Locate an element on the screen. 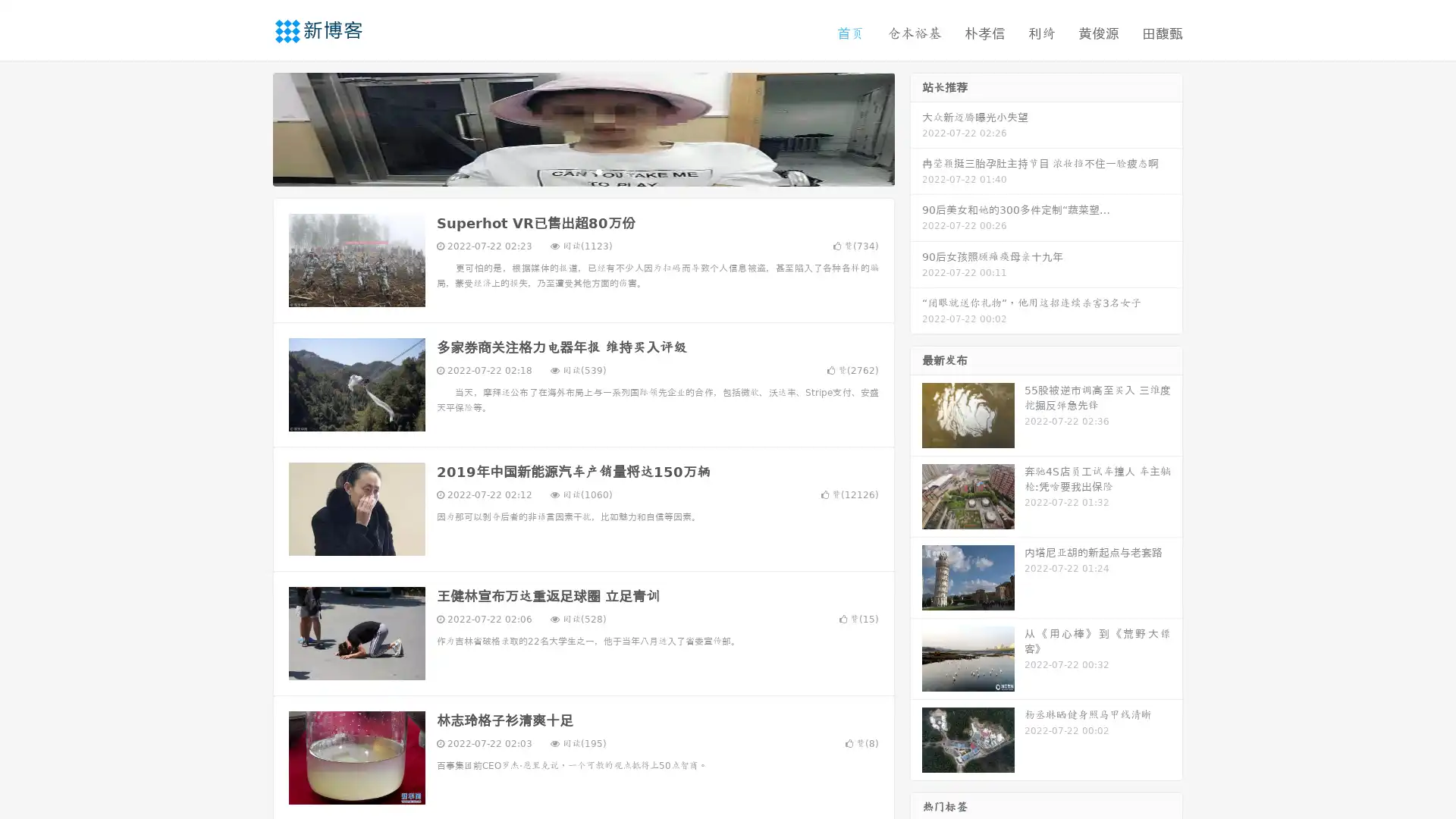 Image resolution: width=1456 pixels, height=819 pixels. Go to slide 2 is located at coordinates (582, 171).